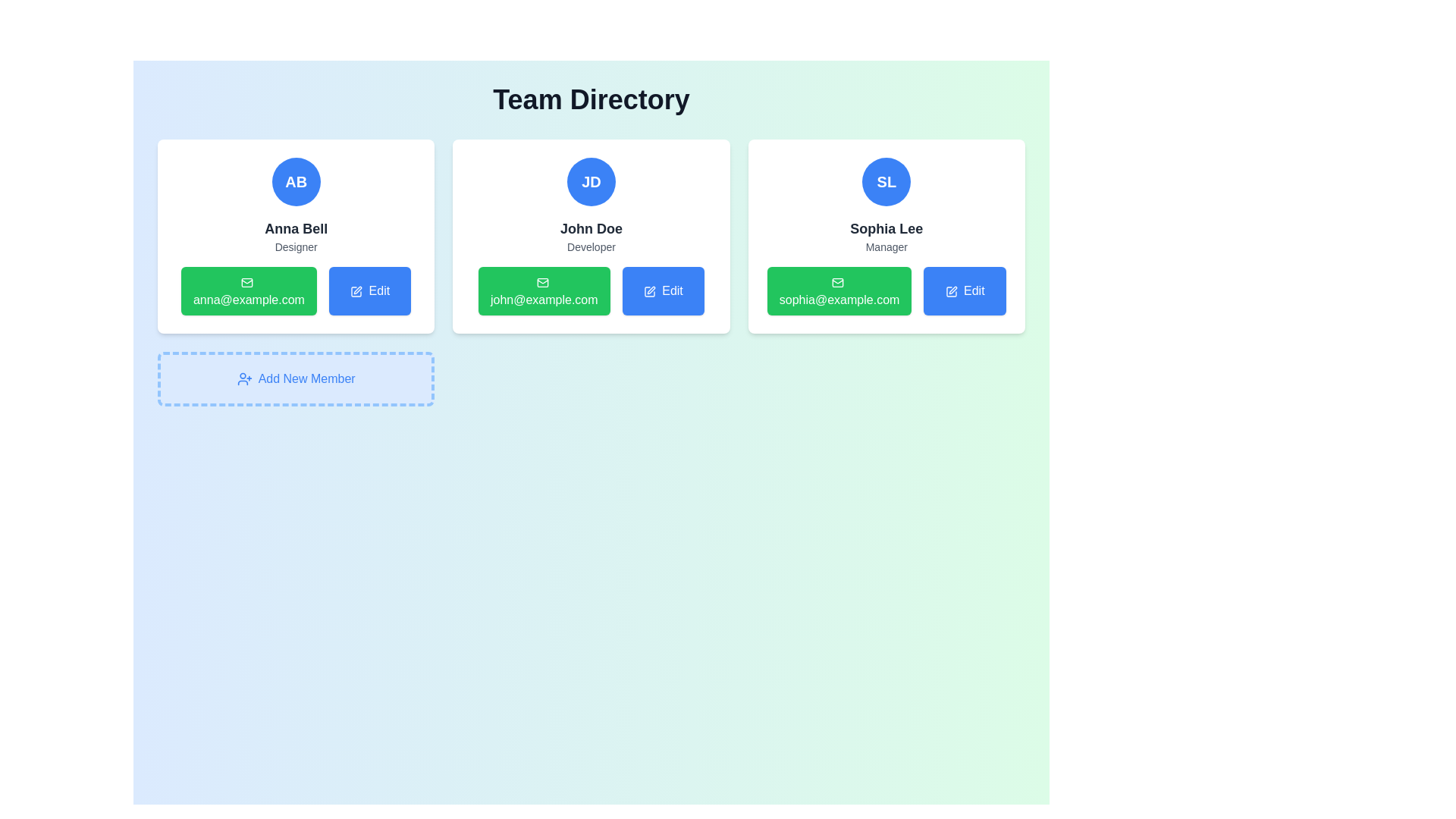  I want to click on the rectangular button with a green background and text 'john@example.com' in the bottom left of John Doe's card in the Team Directory interface for additional information, so click(544, 291).